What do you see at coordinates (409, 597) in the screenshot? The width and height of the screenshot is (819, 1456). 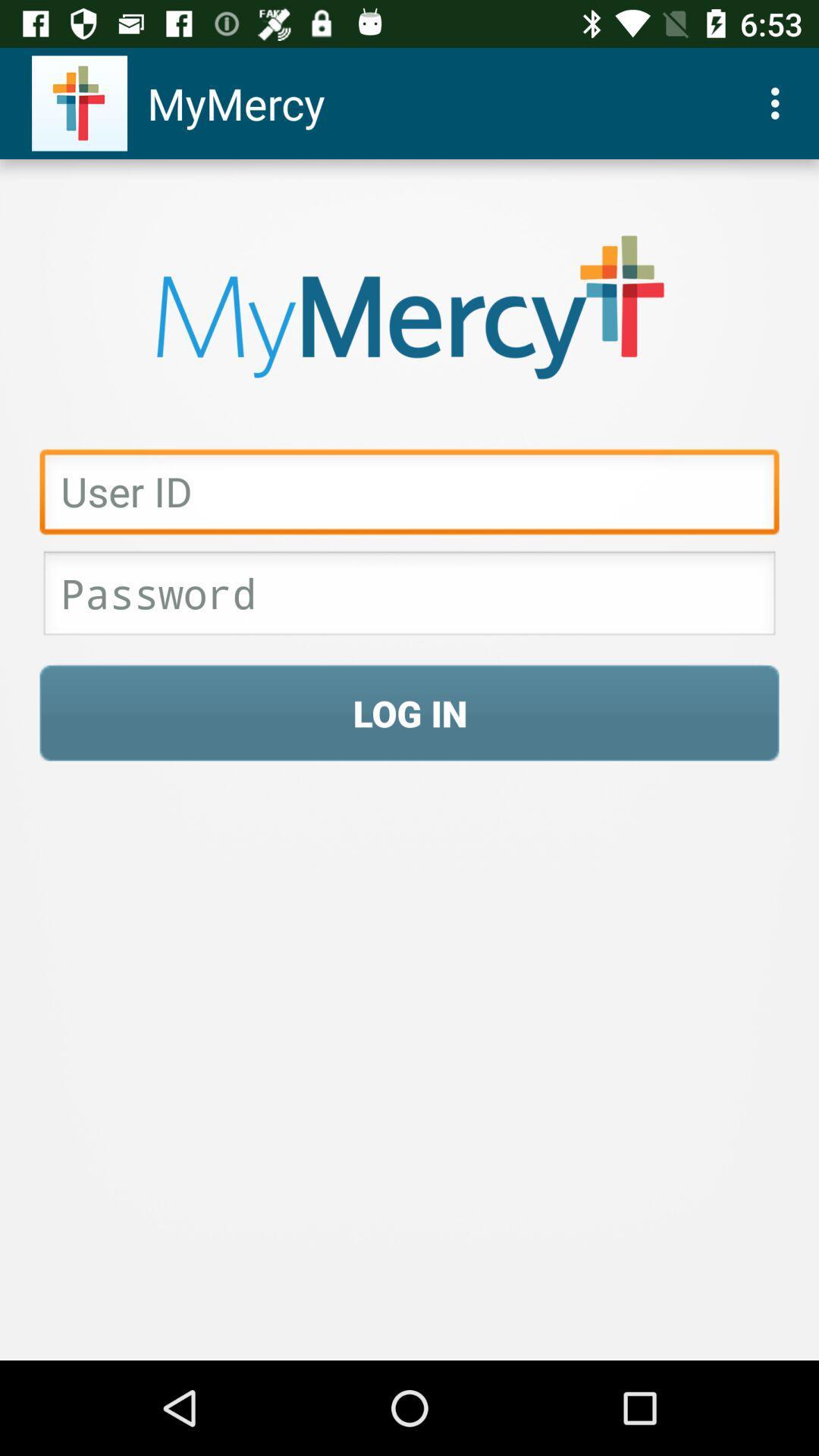 I see `password` at bounding box center [409, 597].